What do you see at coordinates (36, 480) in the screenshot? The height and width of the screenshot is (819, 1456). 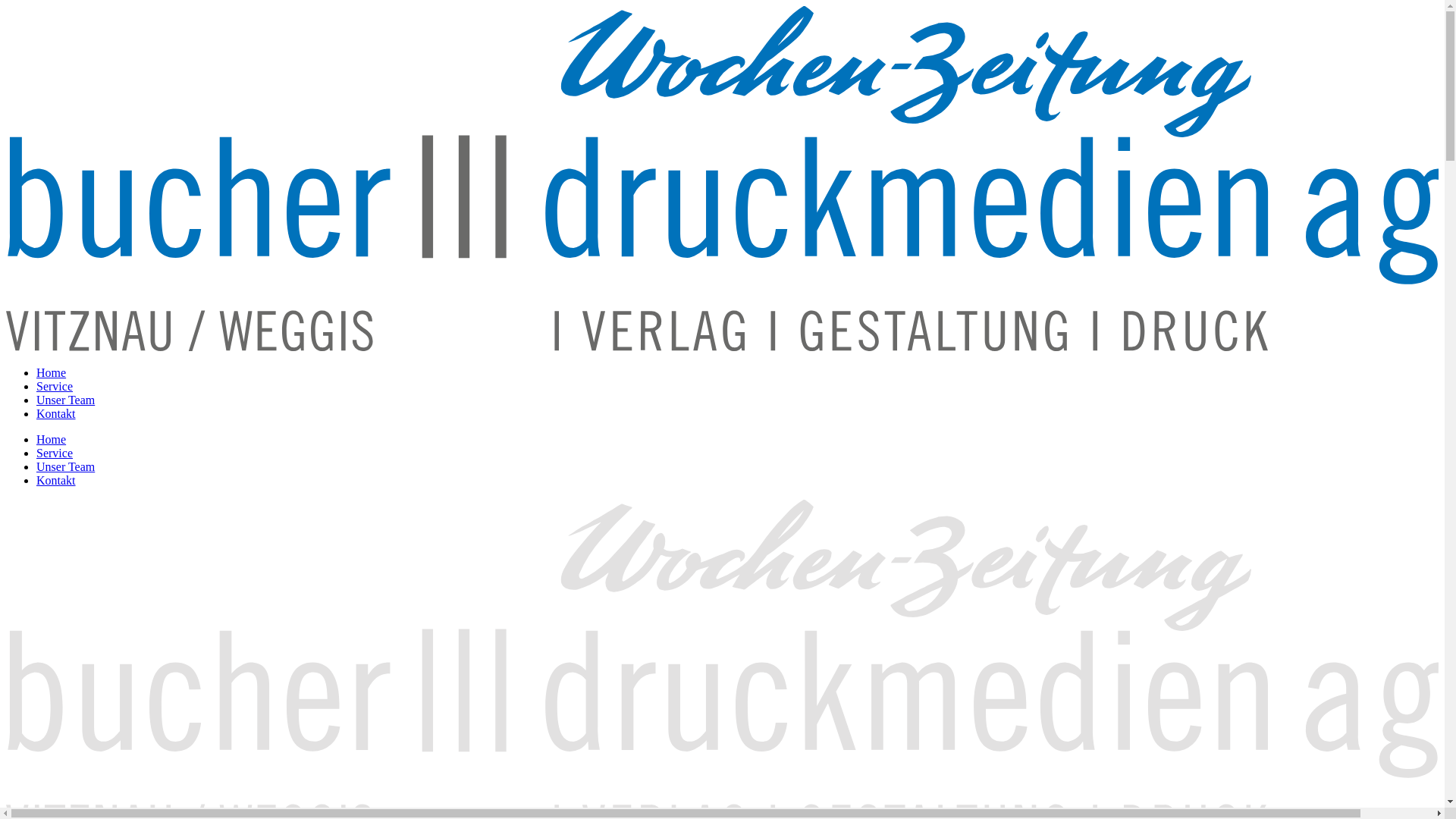 I see `'Kontakt'` at bounding box center [36, 480].